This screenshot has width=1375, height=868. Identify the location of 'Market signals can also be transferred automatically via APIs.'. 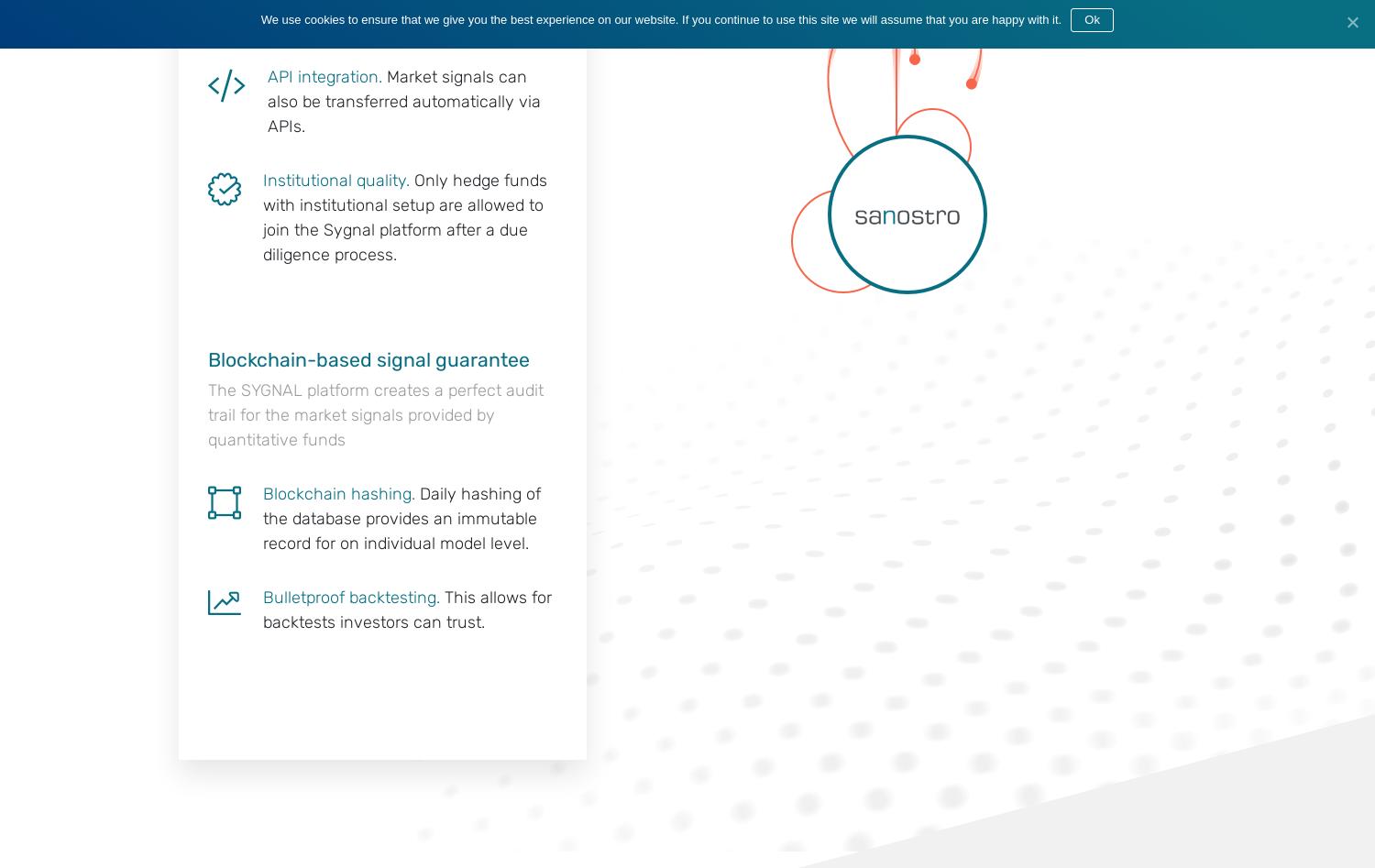
(403, 100).